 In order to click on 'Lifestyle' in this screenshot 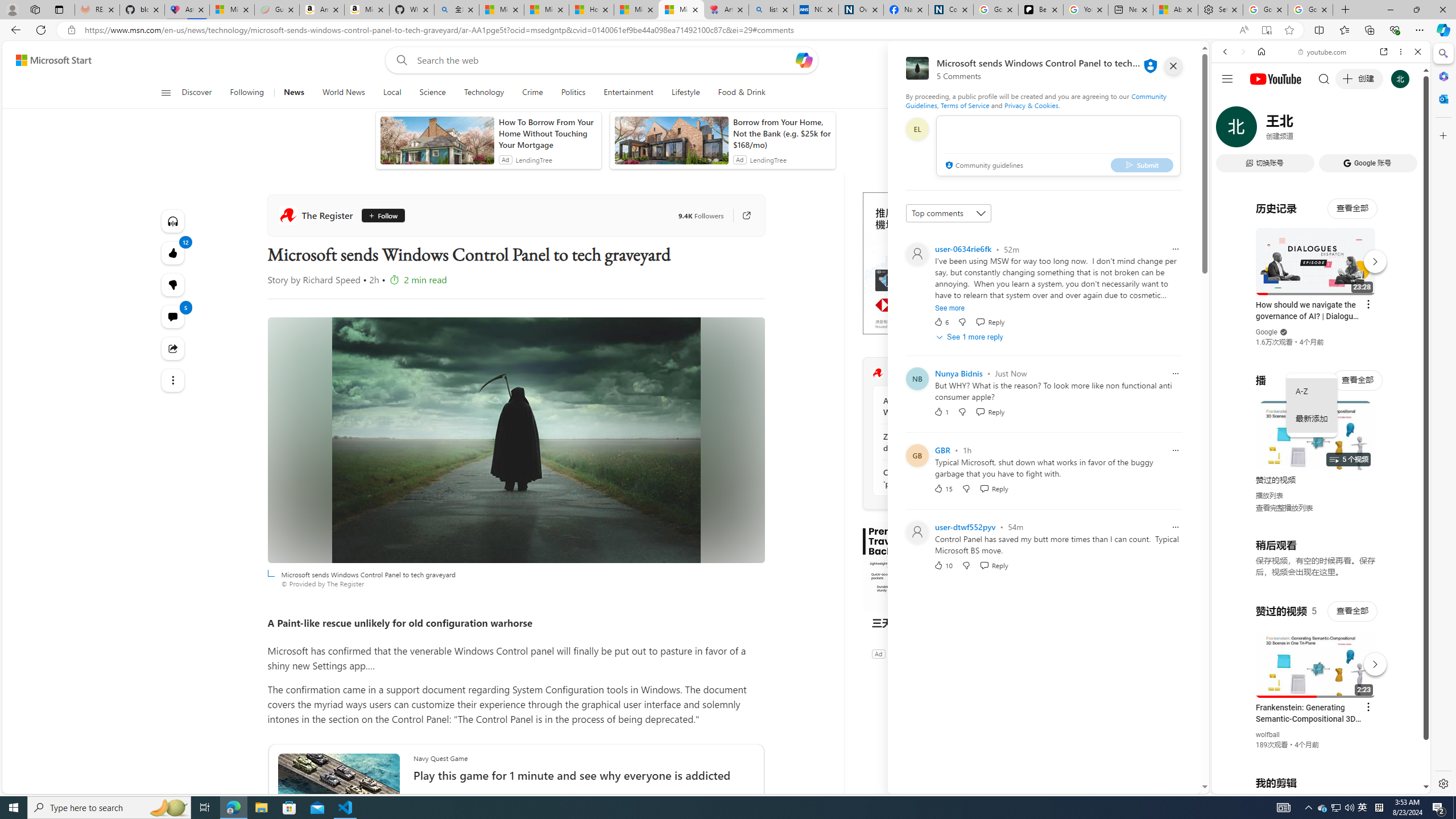, I will do `click(685, 92)`.